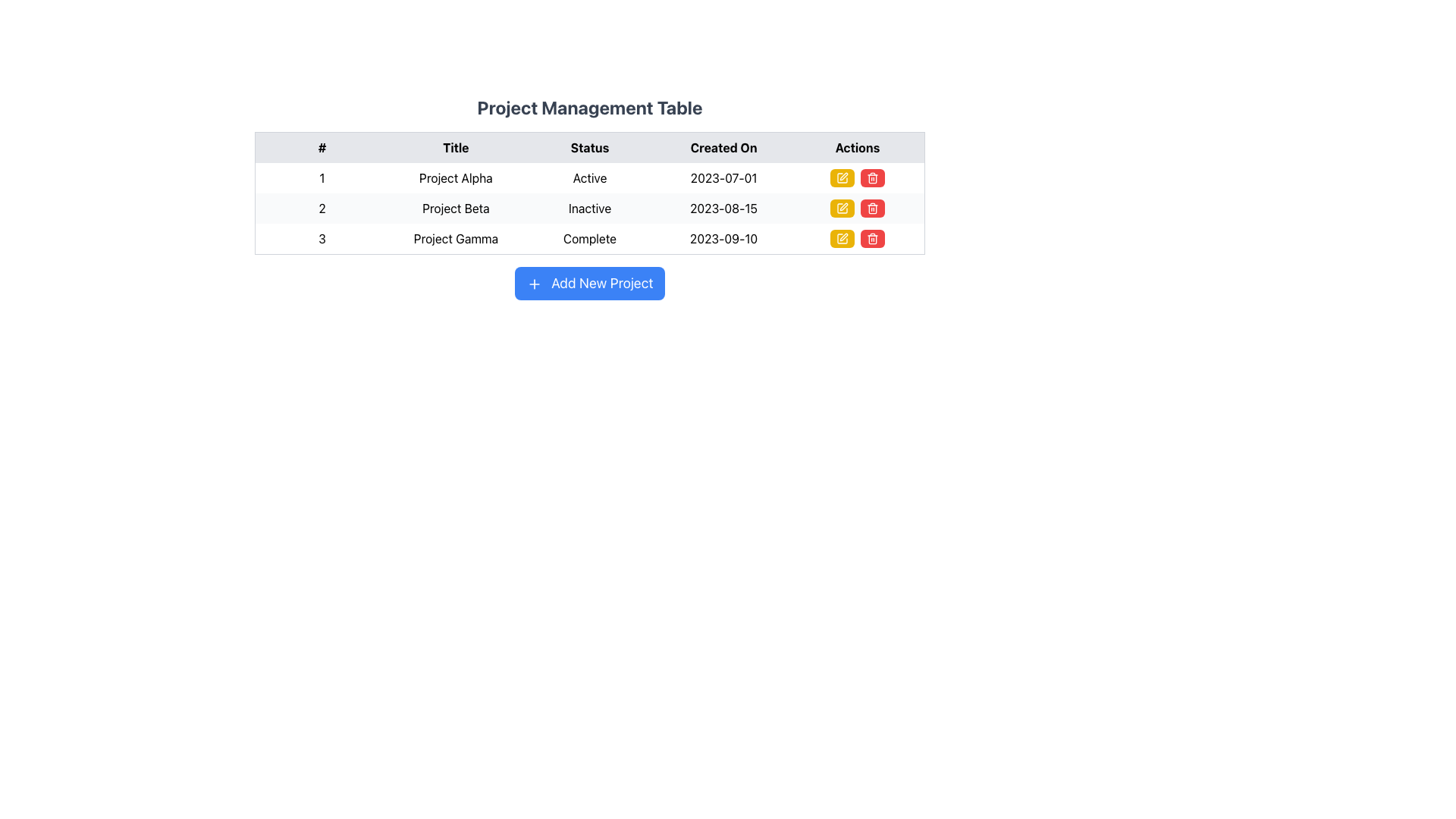  I want to click on the static text label indicating the status of 'Project Beta', which shows that the project is currently inactive, located in the third column of the table in the second row, so click(588, 208).